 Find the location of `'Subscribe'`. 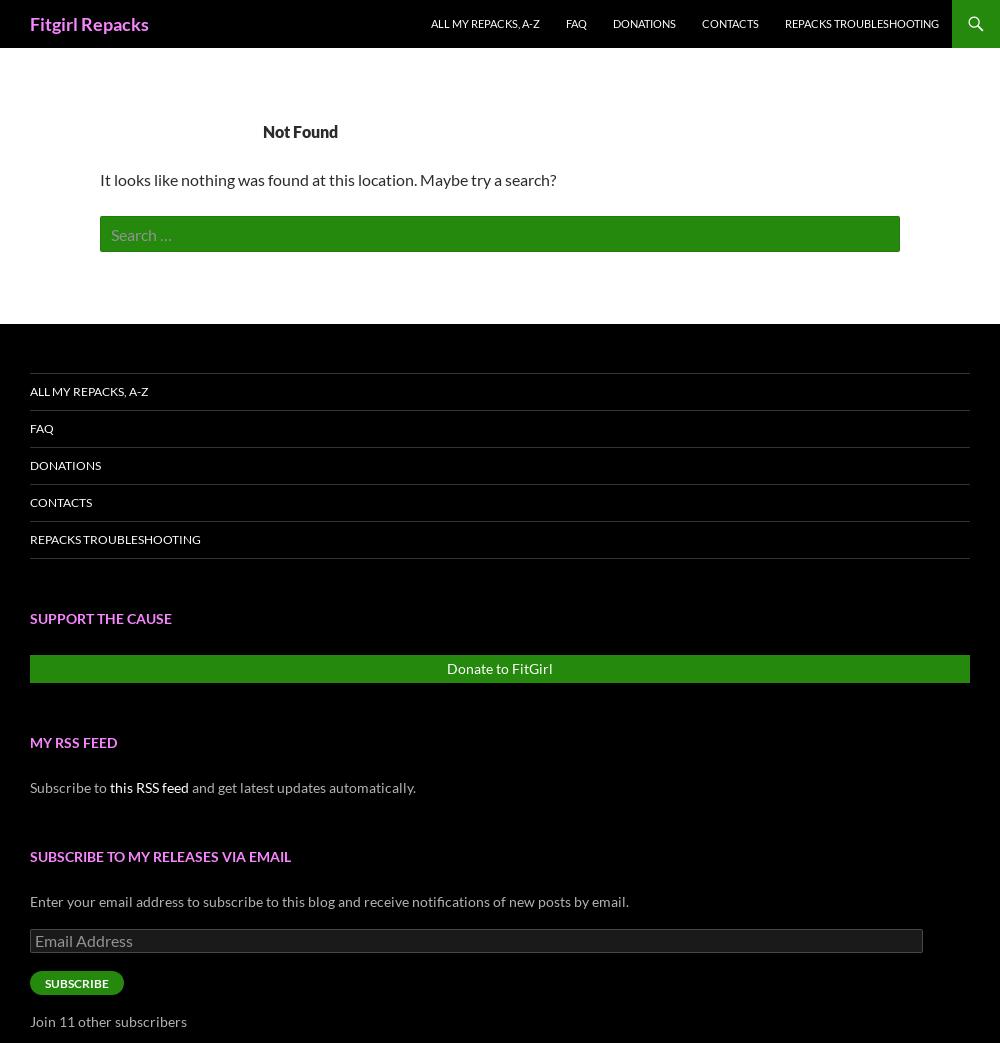

'Subscribe' is located at coordinates (76, 983).